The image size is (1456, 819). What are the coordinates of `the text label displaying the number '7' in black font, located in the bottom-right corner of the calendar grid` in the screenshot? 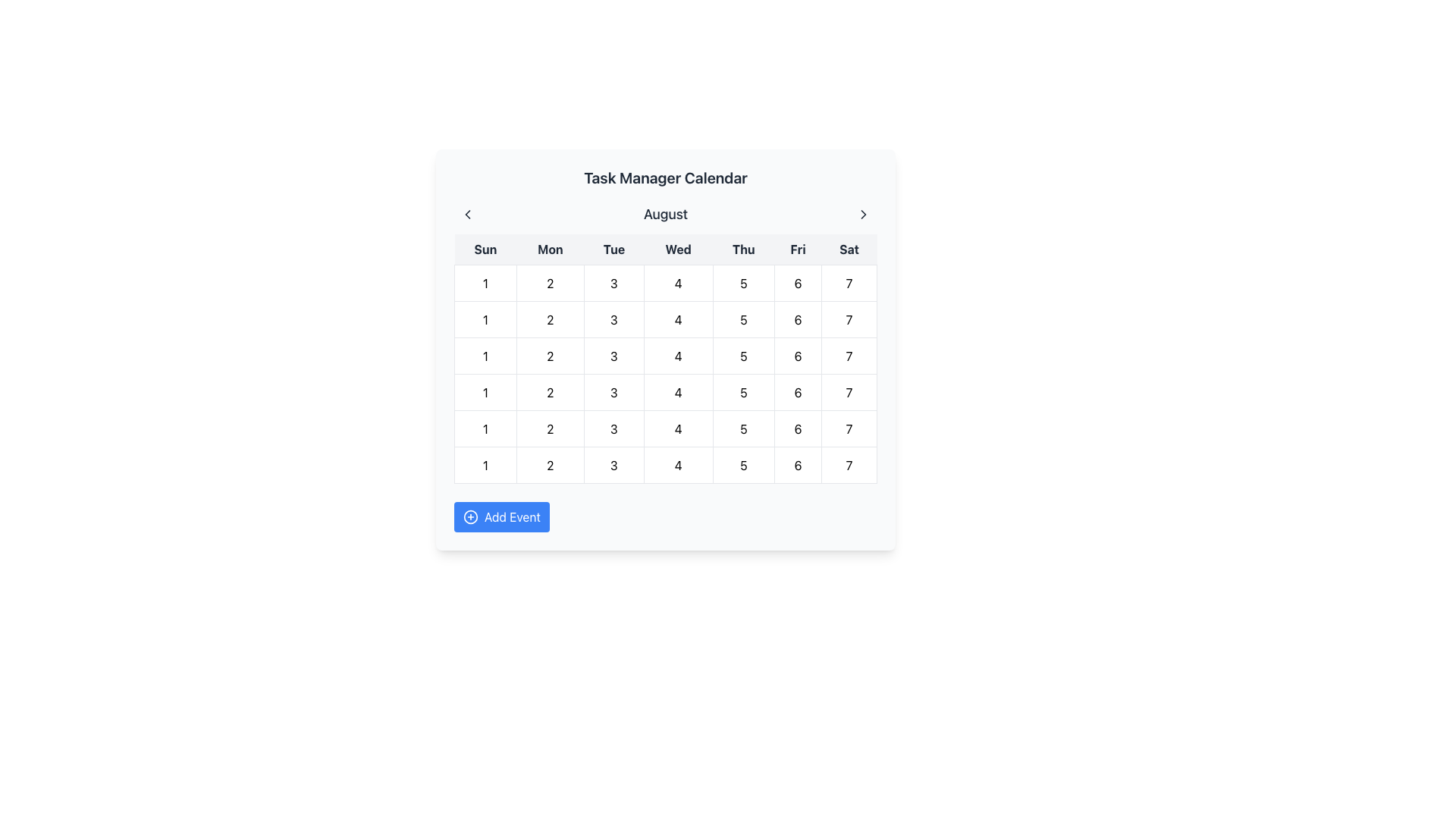 It's located at (849, 356).